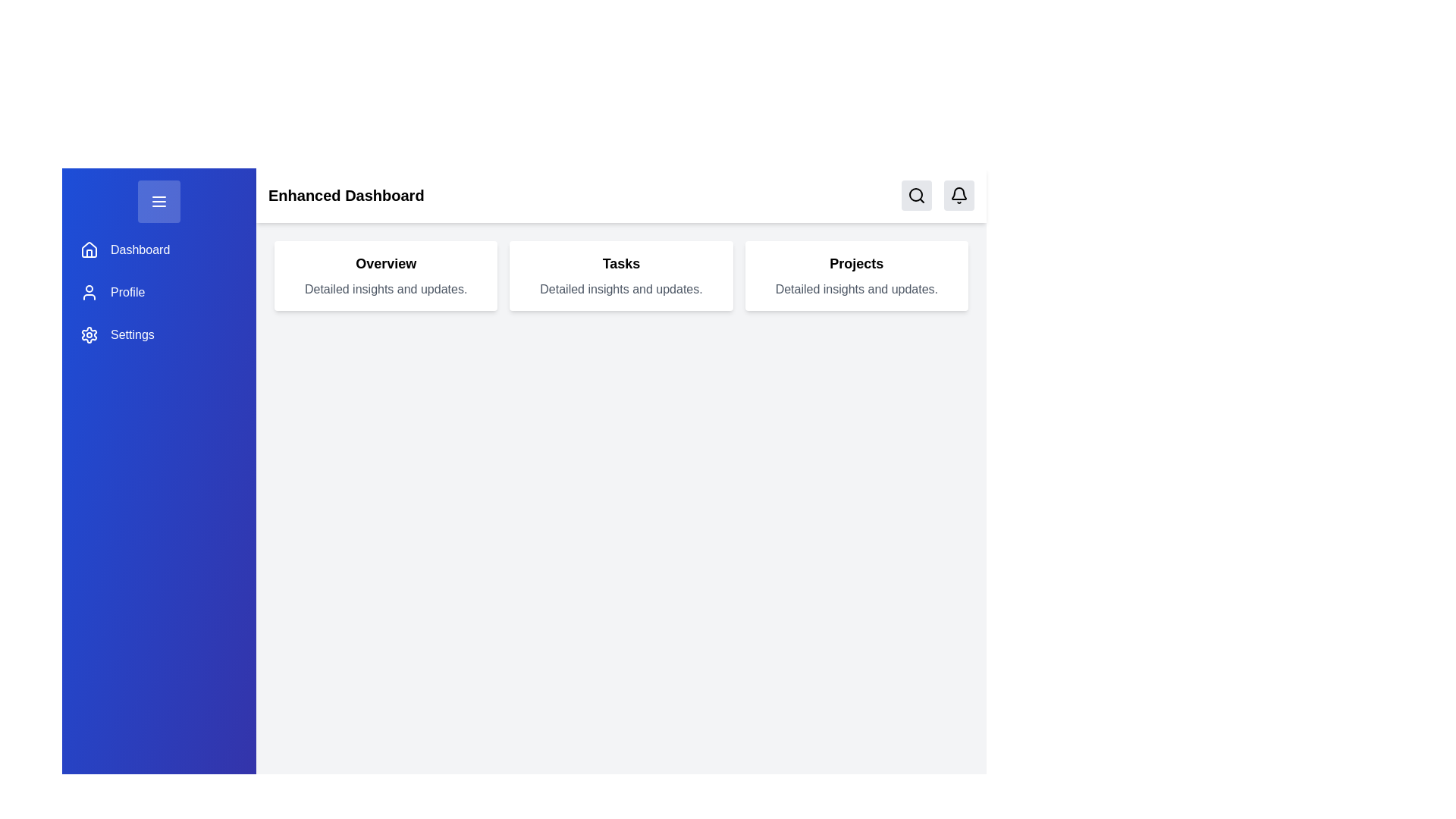 The width and height of the screenshot is (1456, 819). Describe the element at coordinates (916, 195) in the screenshot. I see `the search icon-button located in the top-right section of the interface, immediately to the left of the bell icon, to initiate a search action` at that location.